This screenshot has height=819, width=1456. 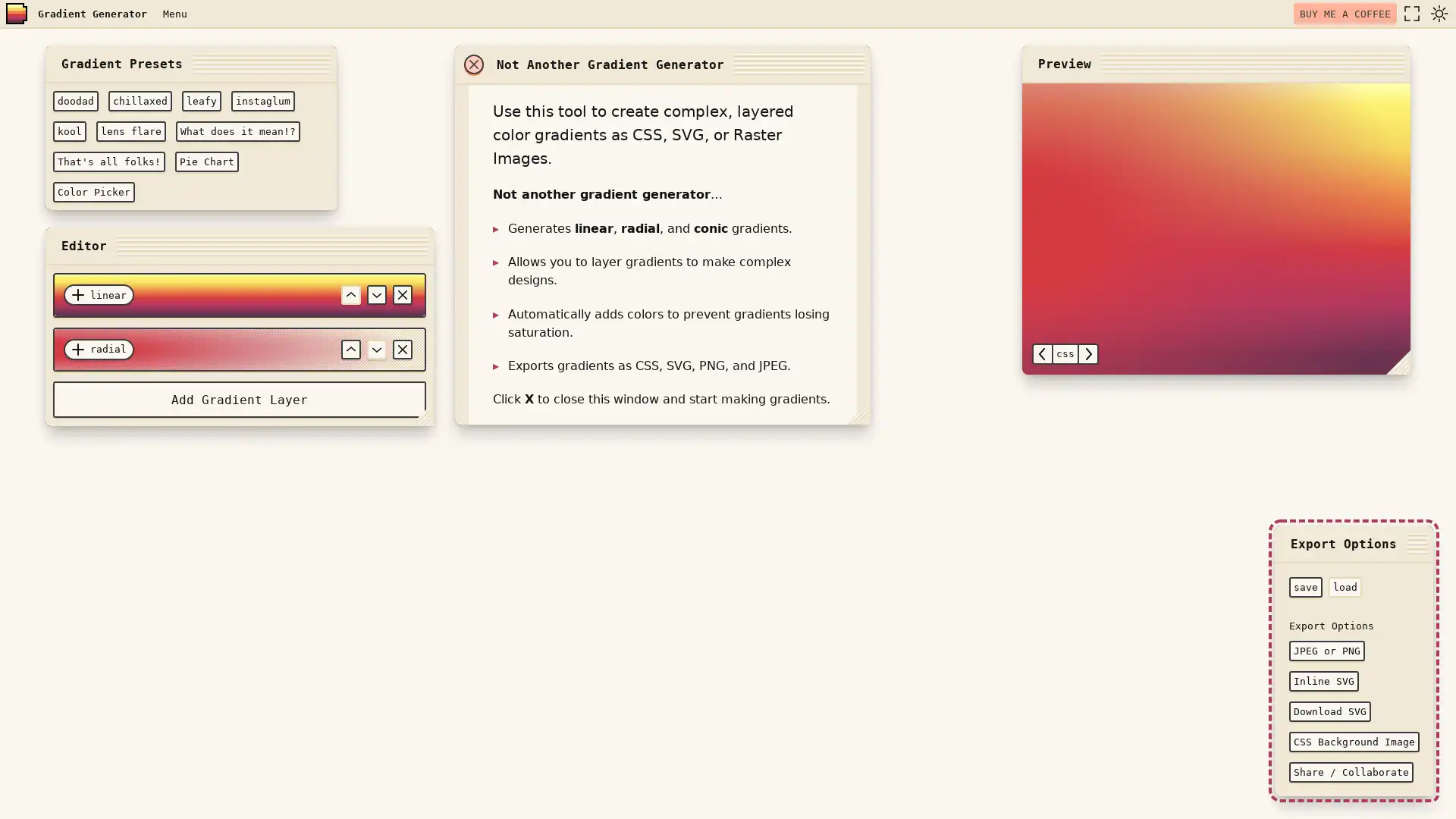 What do you see at coordinates (1328, 711) in the screenshot?
I see `Download SVG` at bounding box center [1328, 711].